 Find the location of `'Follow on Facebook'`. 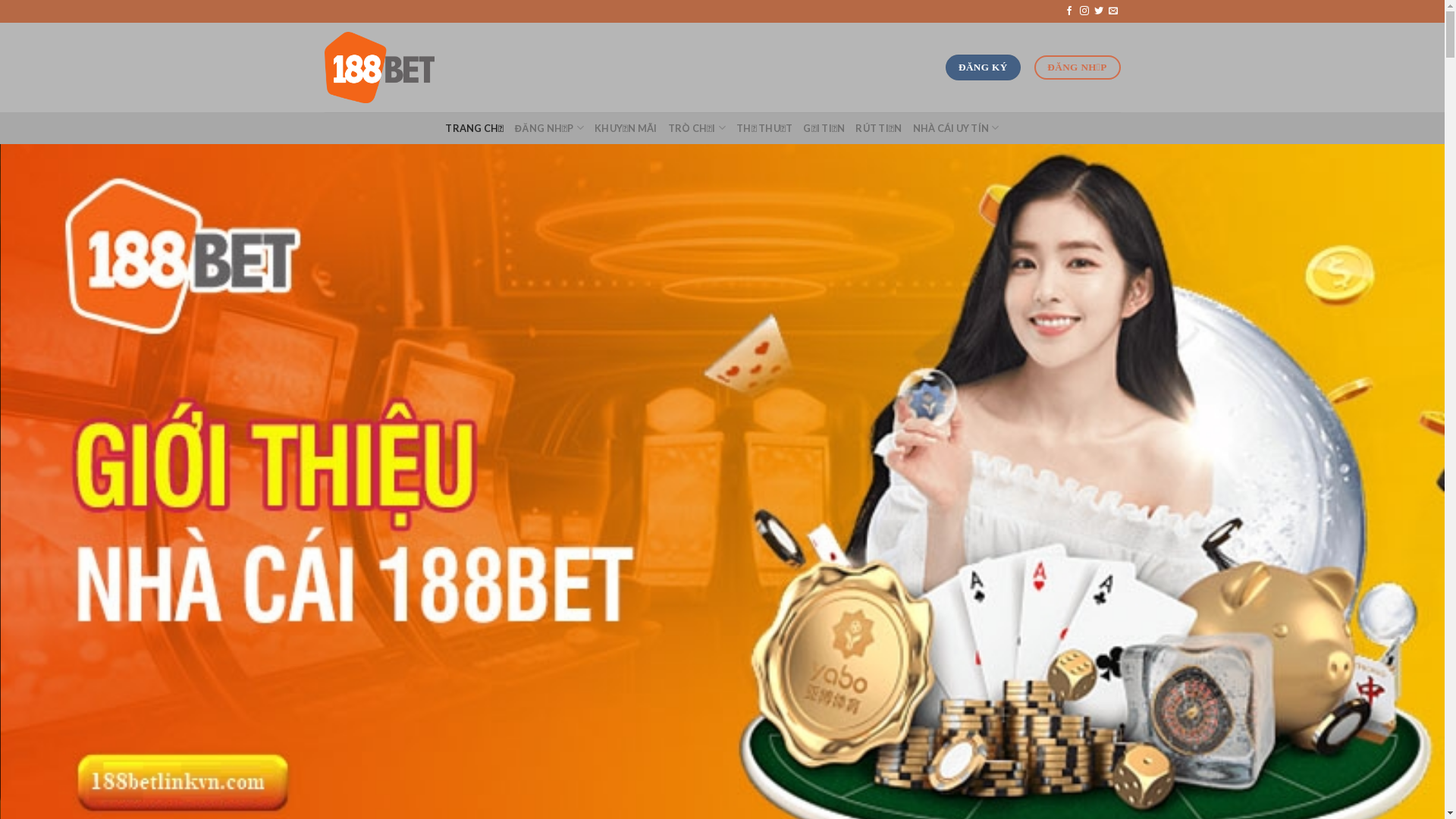

'Follow on Facebook' is located at coordinates (1063, 11).